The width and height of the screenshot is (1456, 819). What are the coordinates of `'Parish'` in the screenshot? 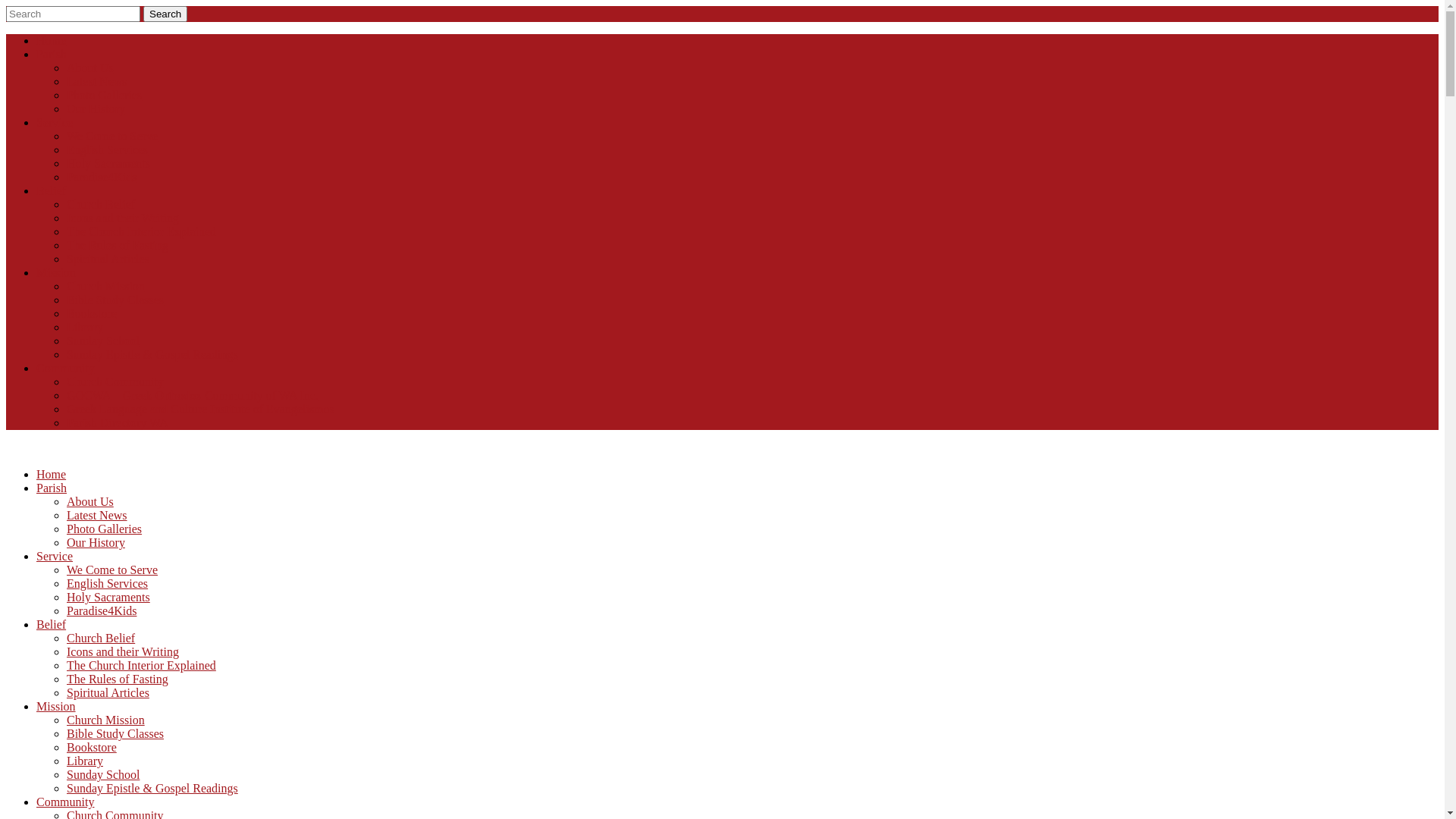 It's located at (36, 488).